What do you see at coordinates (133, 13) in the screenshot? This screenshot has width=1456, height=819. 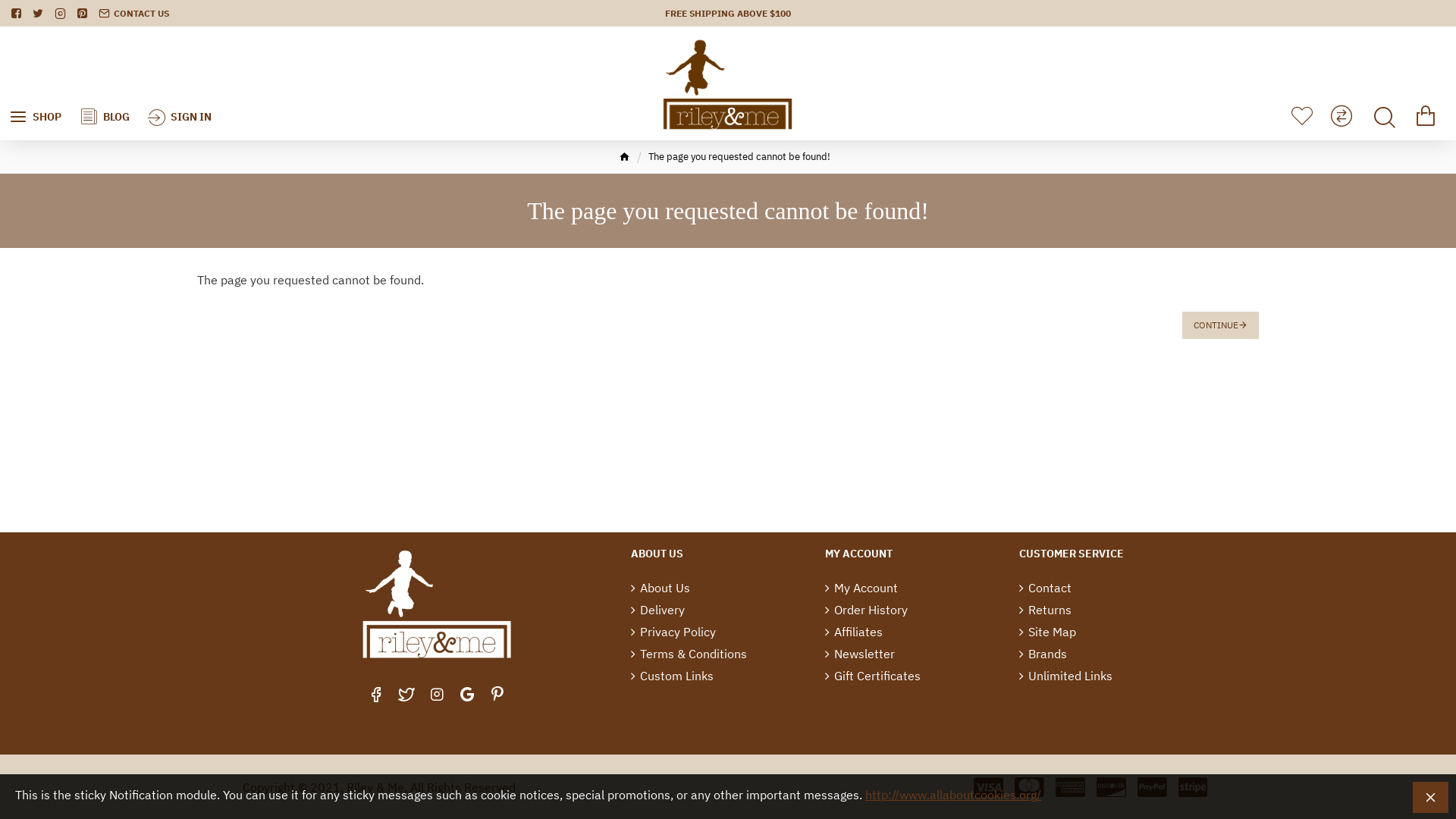 I see `'CONTACT US'` at bounding box center [133, 13].